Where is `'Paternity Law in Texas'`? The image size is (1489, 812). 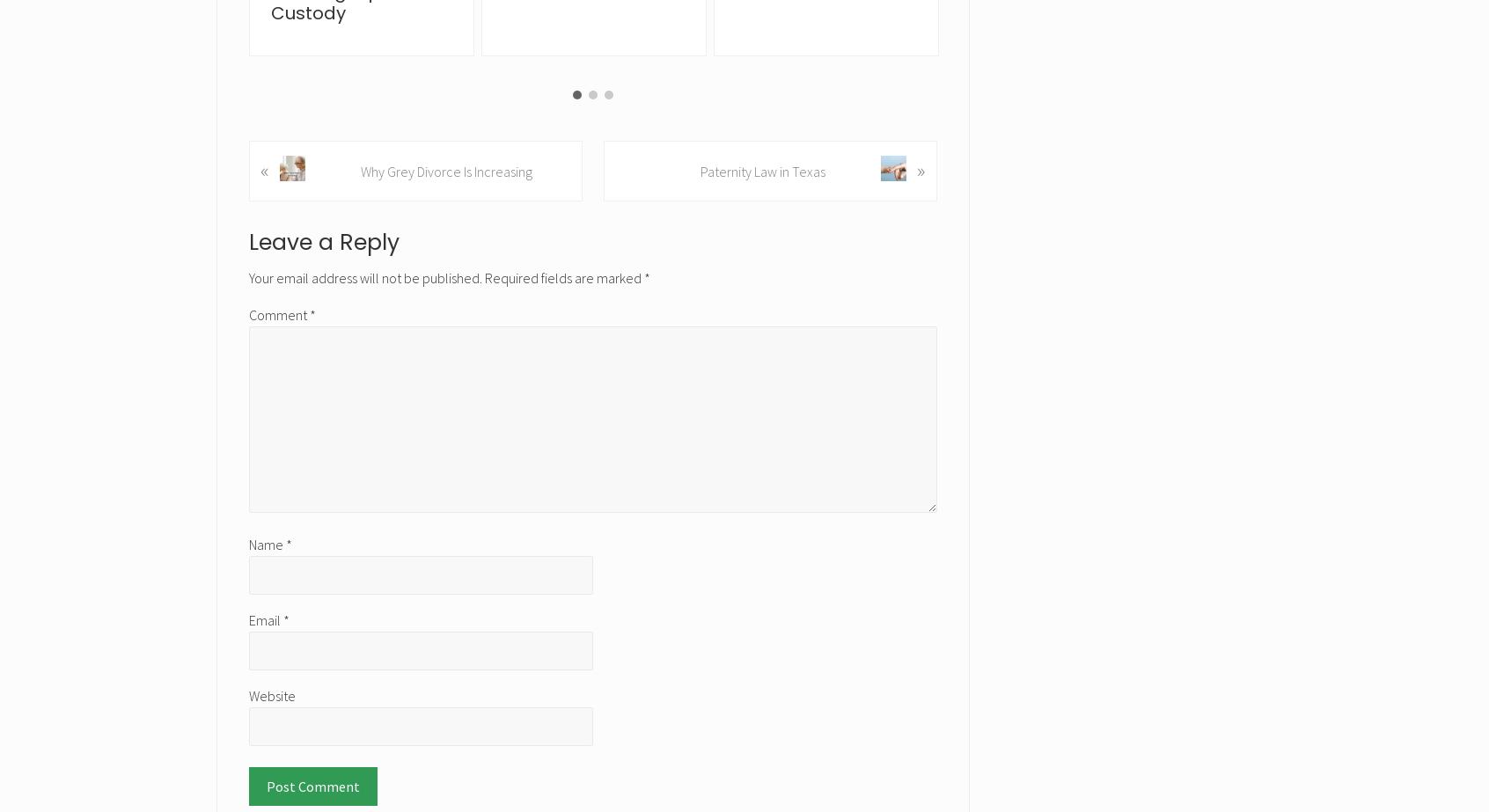 'Paternity Law in Texas' is located at coordinates (700, 171).